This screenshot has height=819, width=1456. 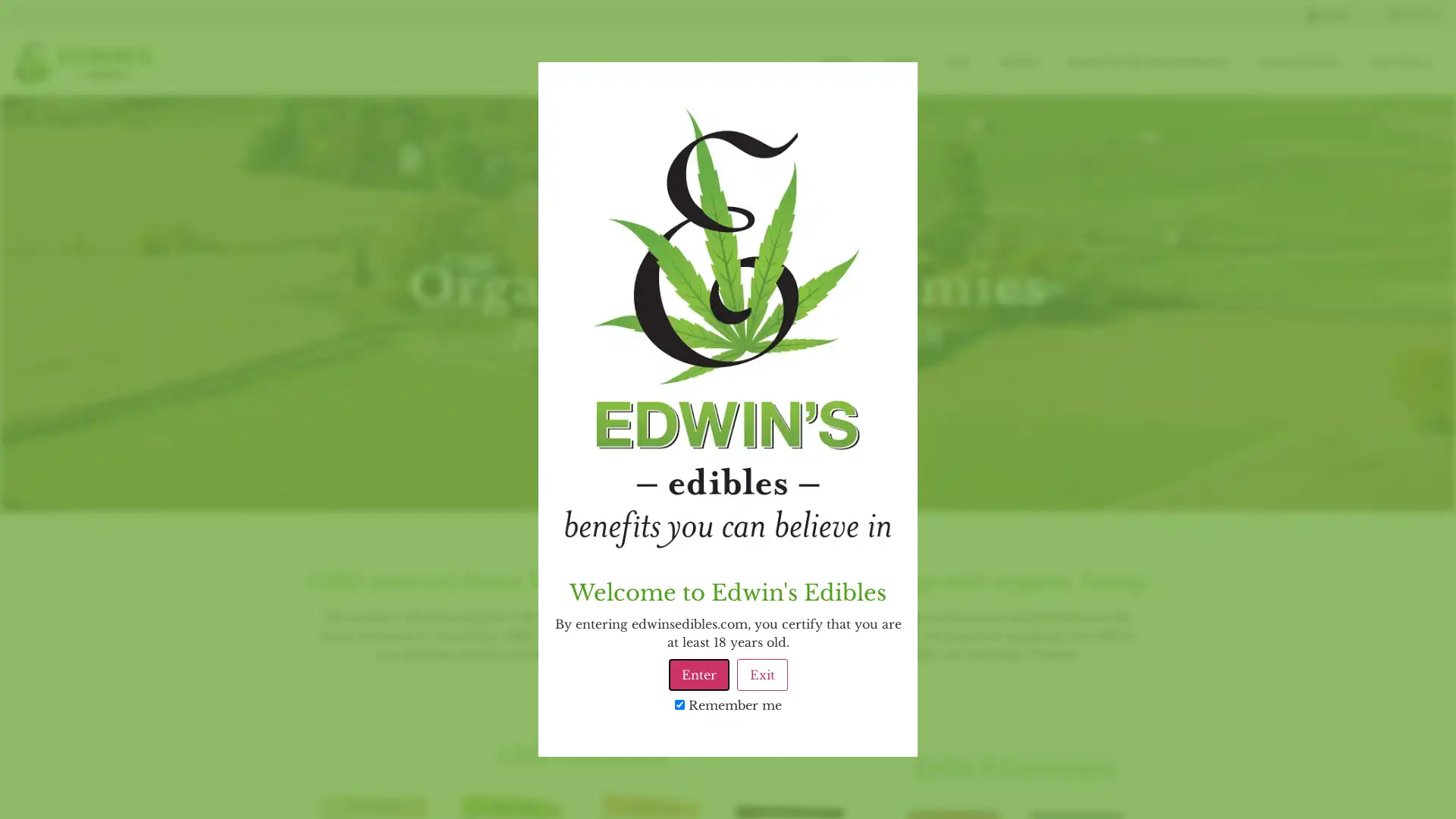 I want to click on Exit, so click(x=761, y=674).